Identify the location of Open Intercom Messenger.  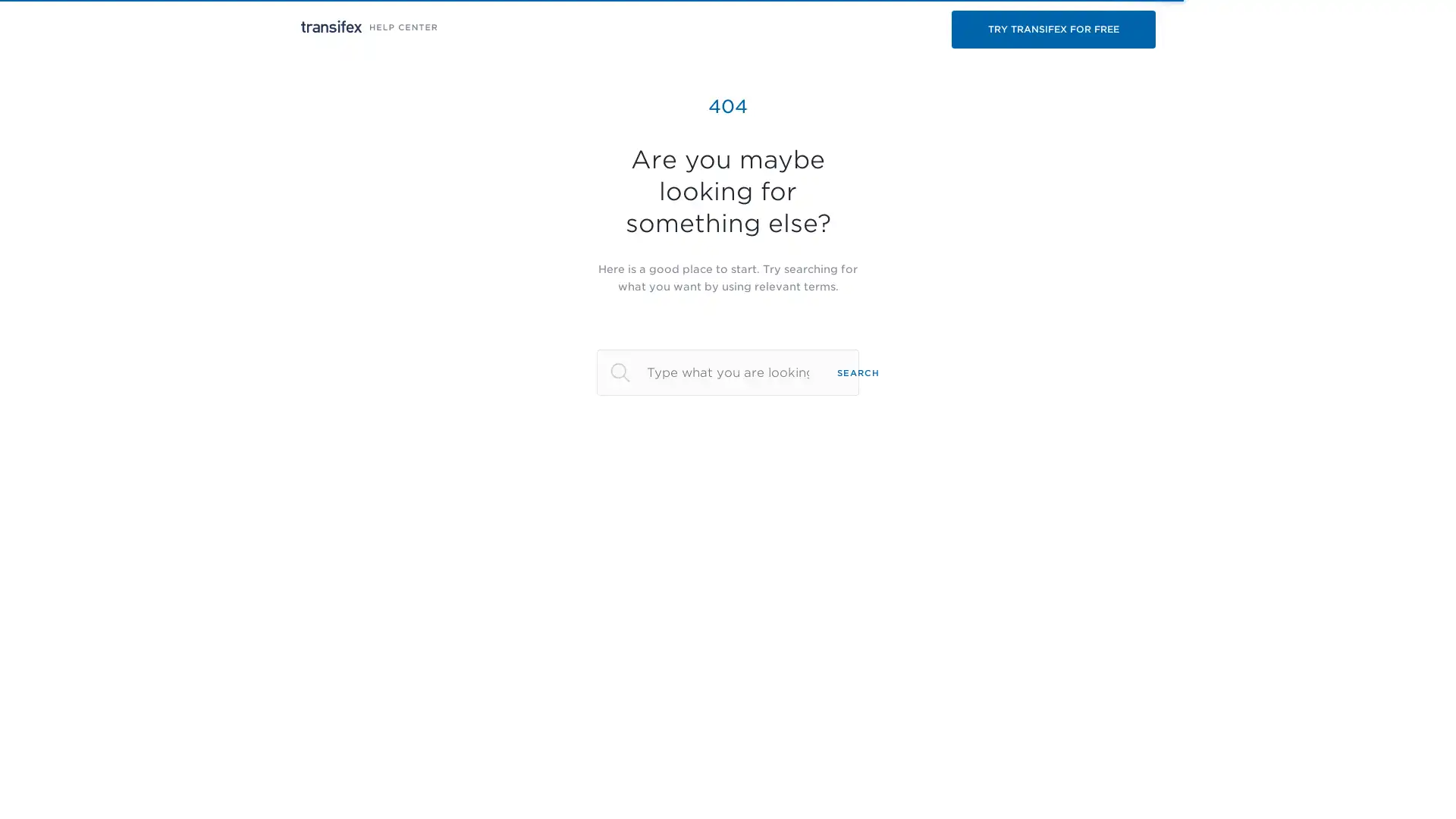
(1417, 780).